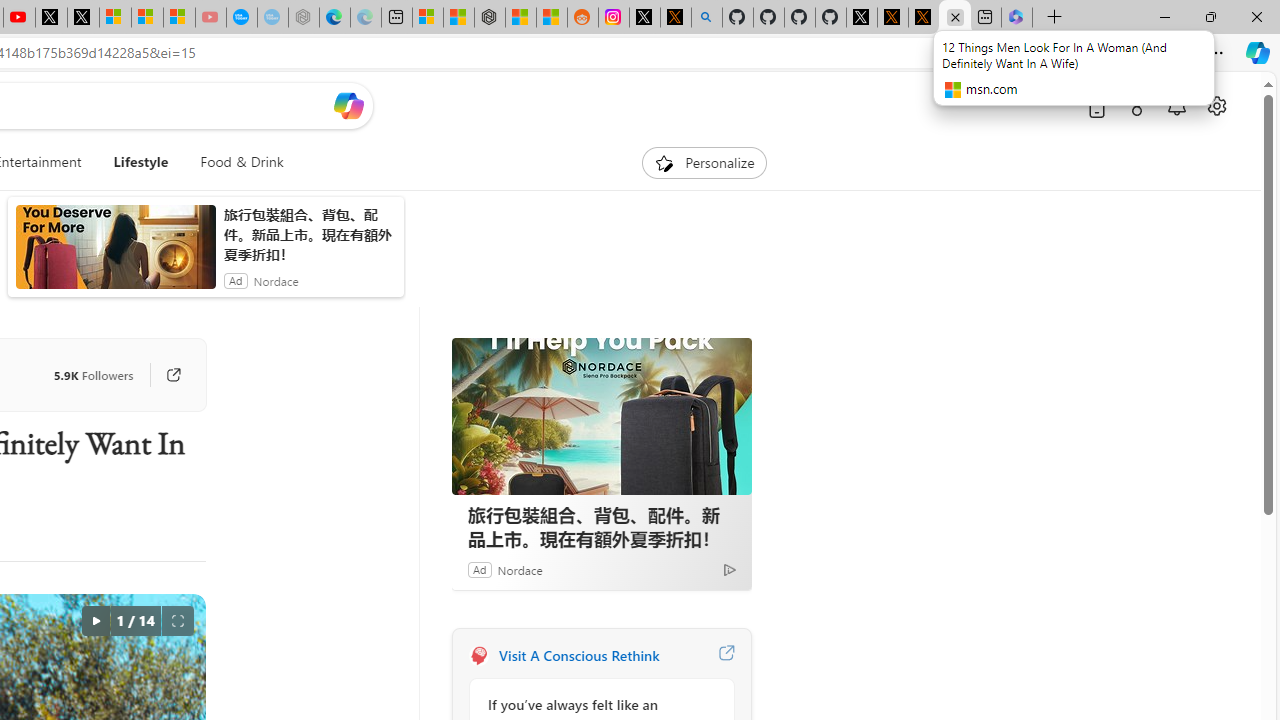  What do you see at coordinates (664, 161) in the screenshot?
I see `'To get missing image descriptions, open the context menu.'` at bounding box center [664, 161].